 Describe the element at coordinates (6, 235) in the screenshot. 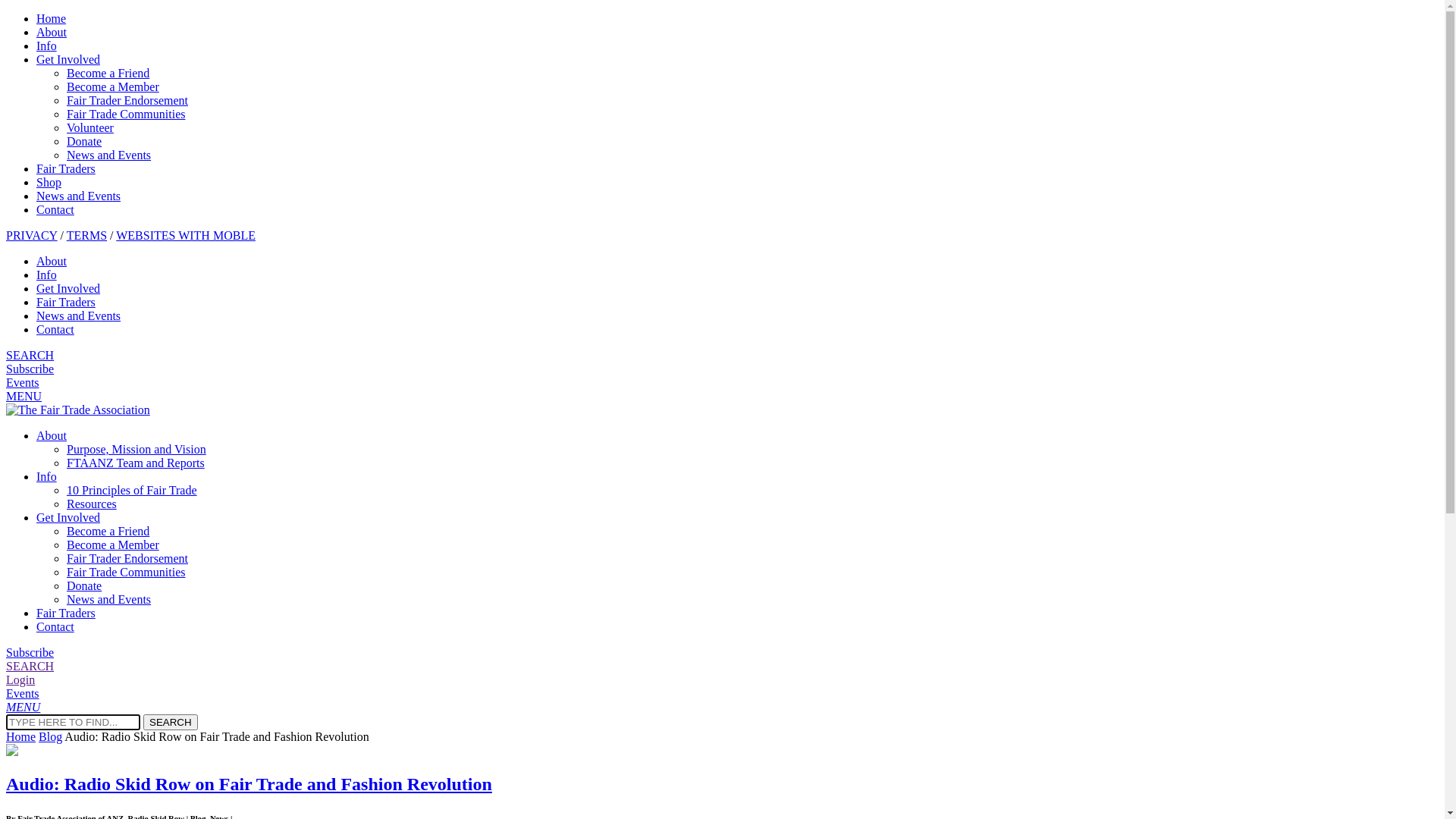

I see `'PRIVACY'` at that location.